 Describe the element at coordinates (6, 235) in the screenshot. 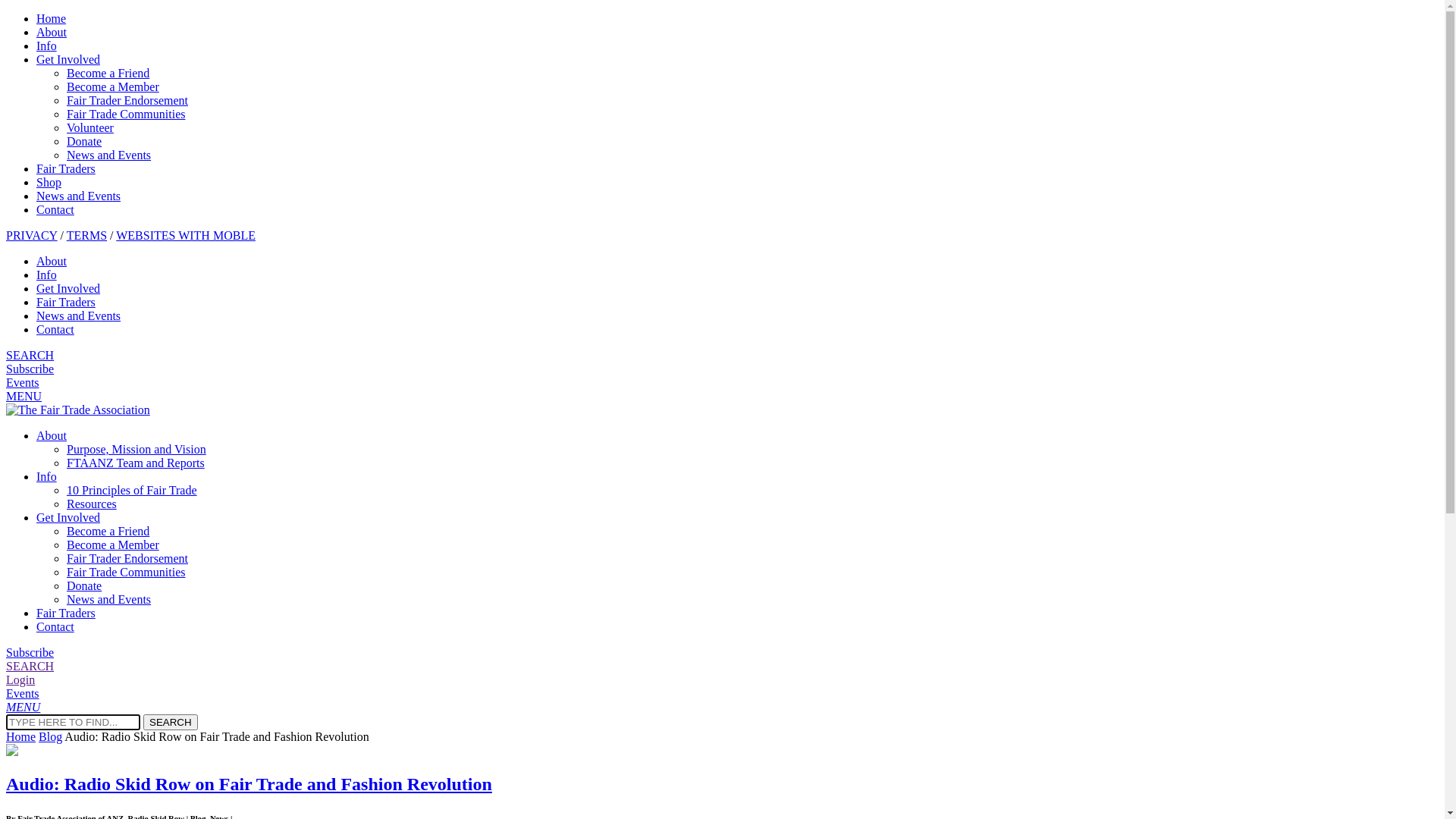

I see `'PRIVACY'` at that location.